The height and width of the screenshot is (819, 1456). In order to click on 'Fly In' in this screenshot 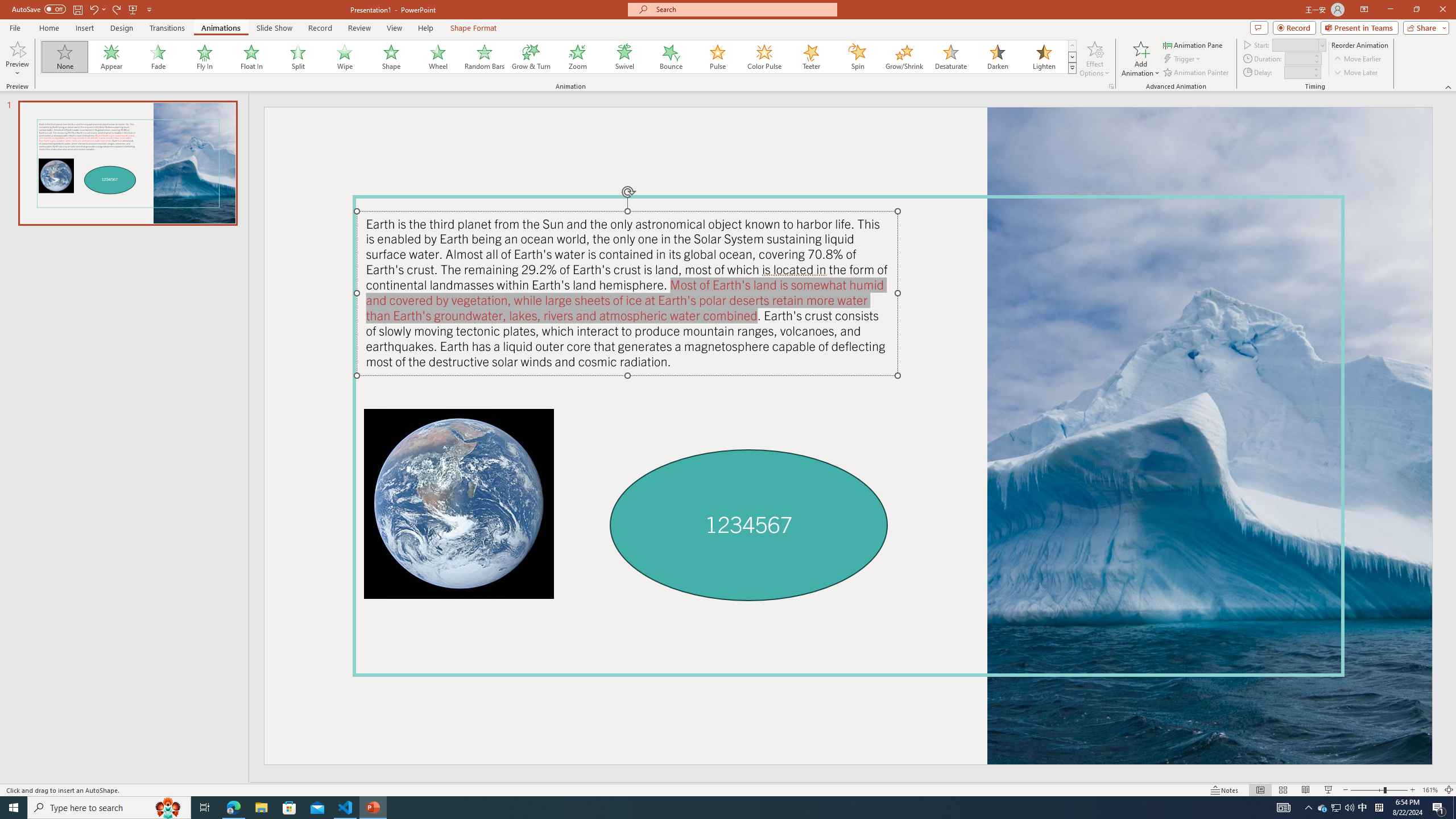, I will do `click(204, 56)`.